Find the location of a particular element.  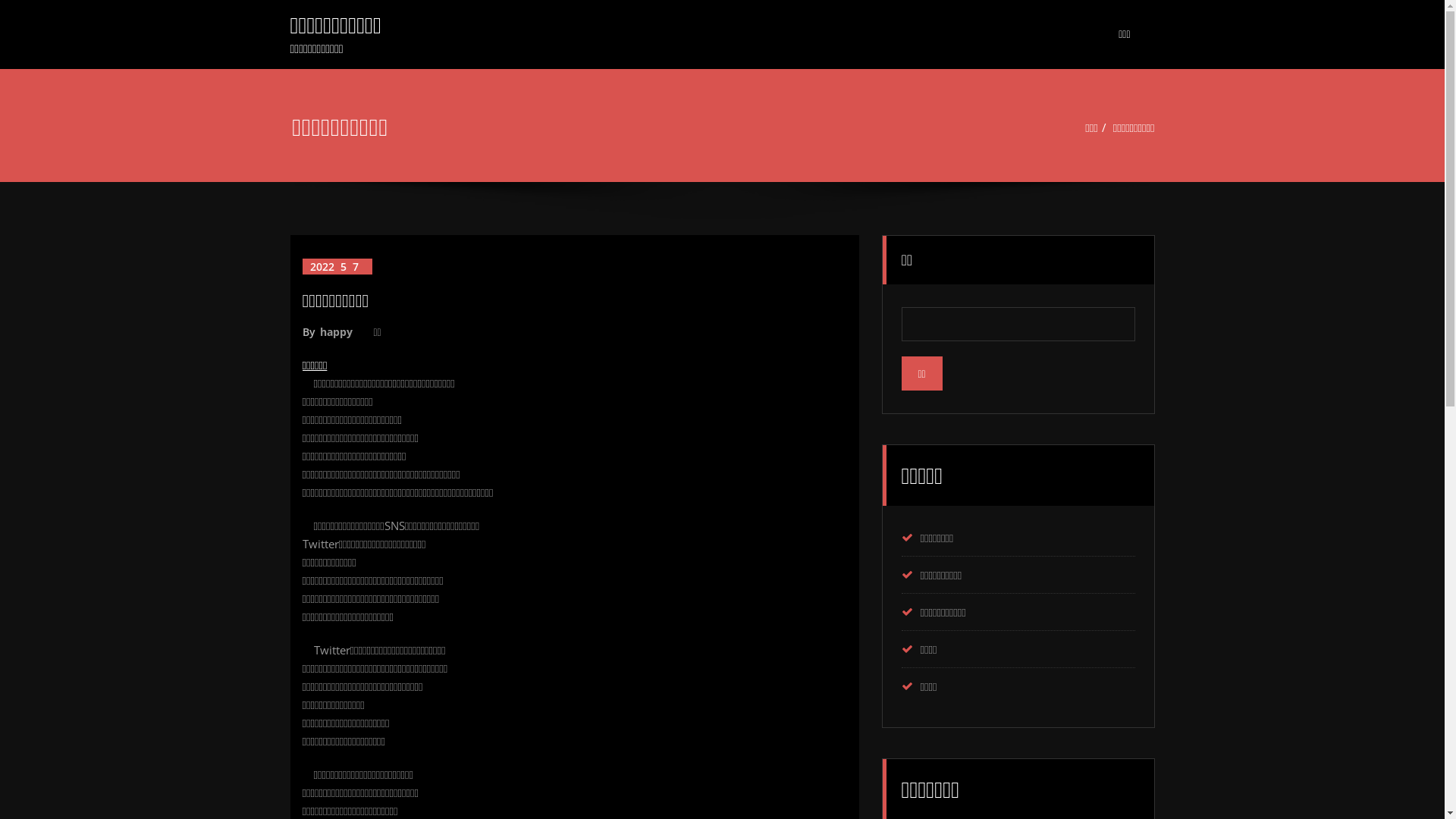

'happy' is located at coordinates (334, 331).